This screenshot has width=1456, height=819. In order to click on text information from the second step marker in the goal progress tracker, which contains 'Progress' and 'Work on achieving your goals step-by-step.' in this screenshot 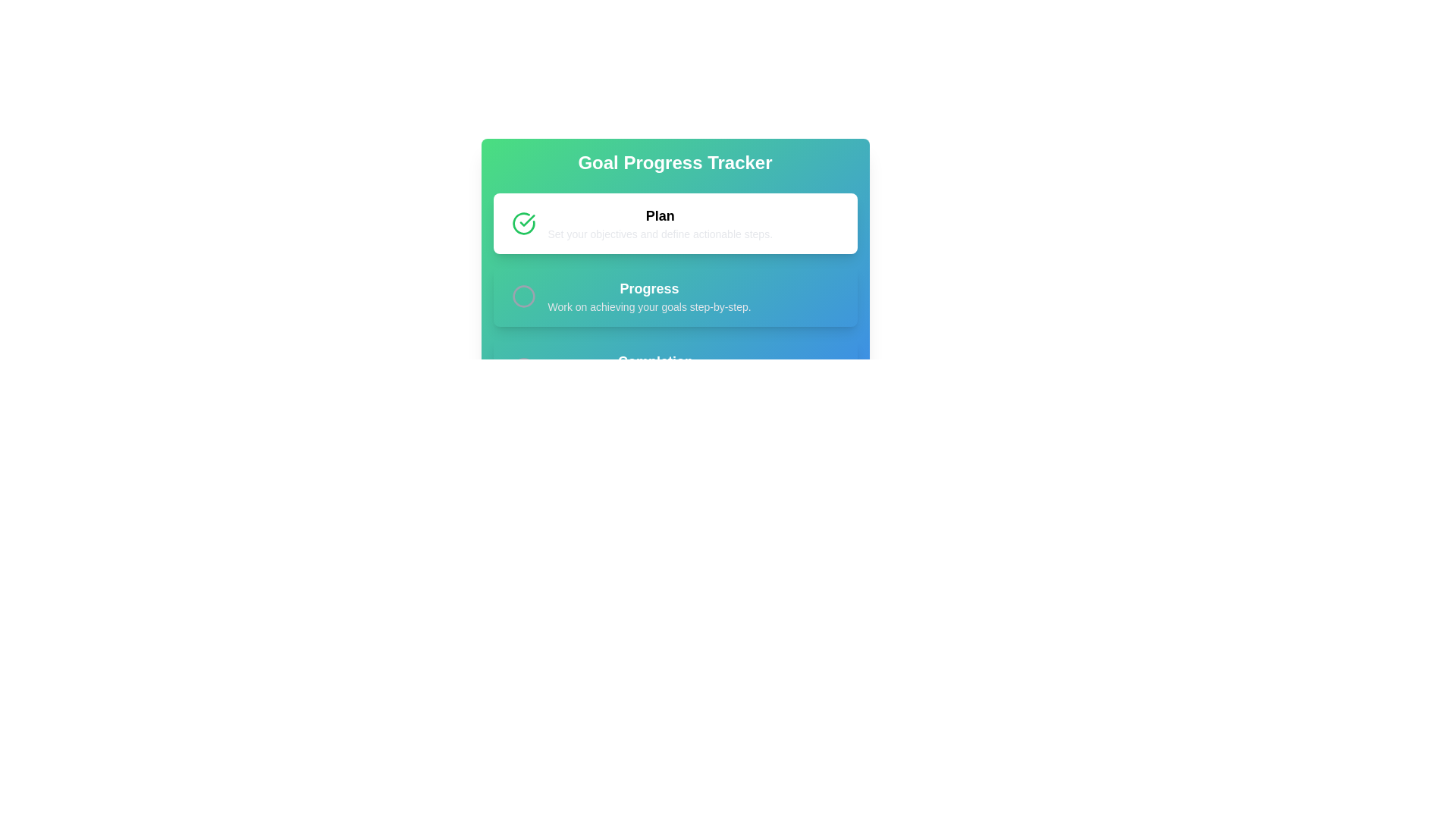, I will do `click(674, 296)`.